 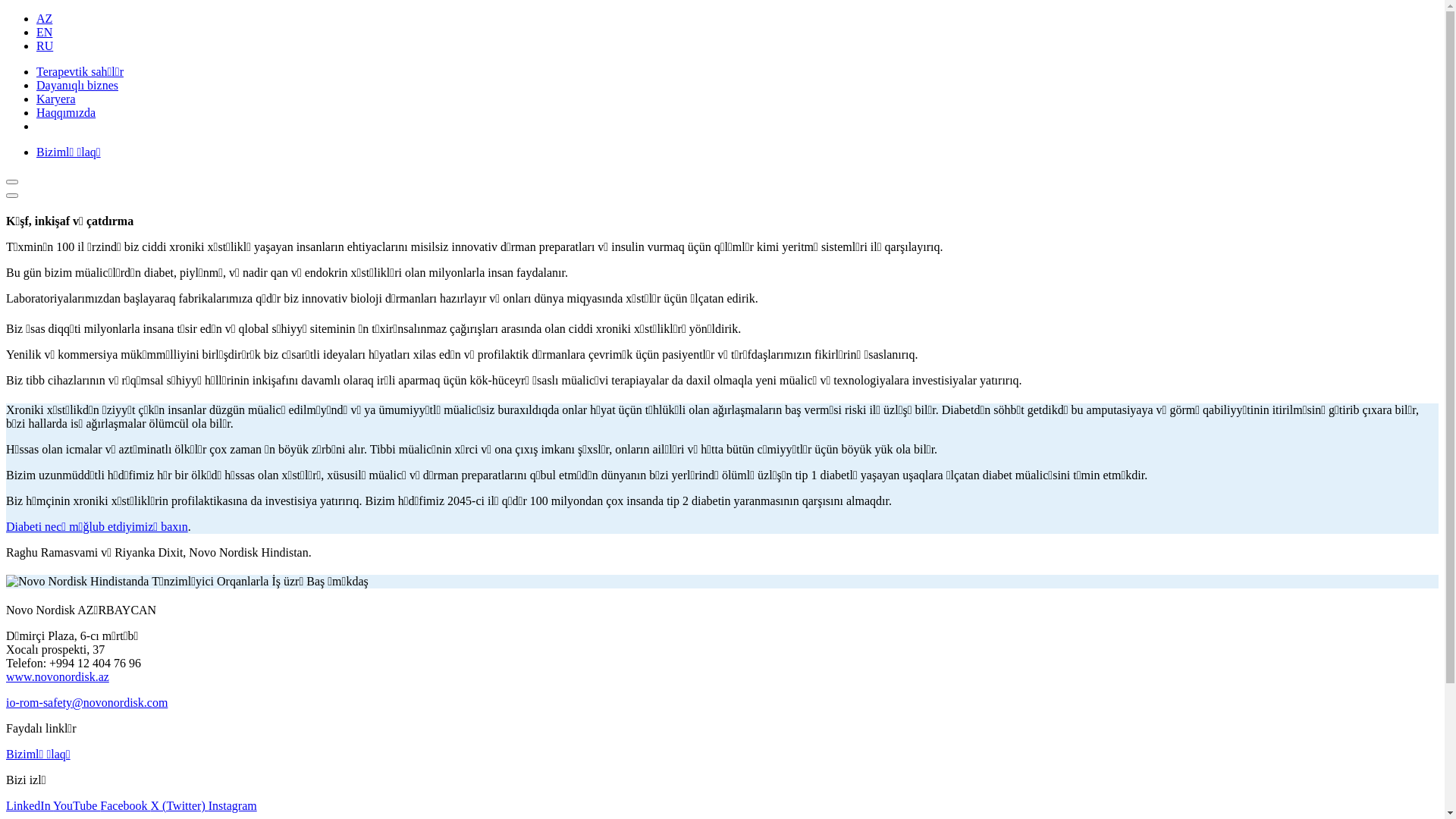 I want to click on 'Karyera', so click(x=55, y=99).